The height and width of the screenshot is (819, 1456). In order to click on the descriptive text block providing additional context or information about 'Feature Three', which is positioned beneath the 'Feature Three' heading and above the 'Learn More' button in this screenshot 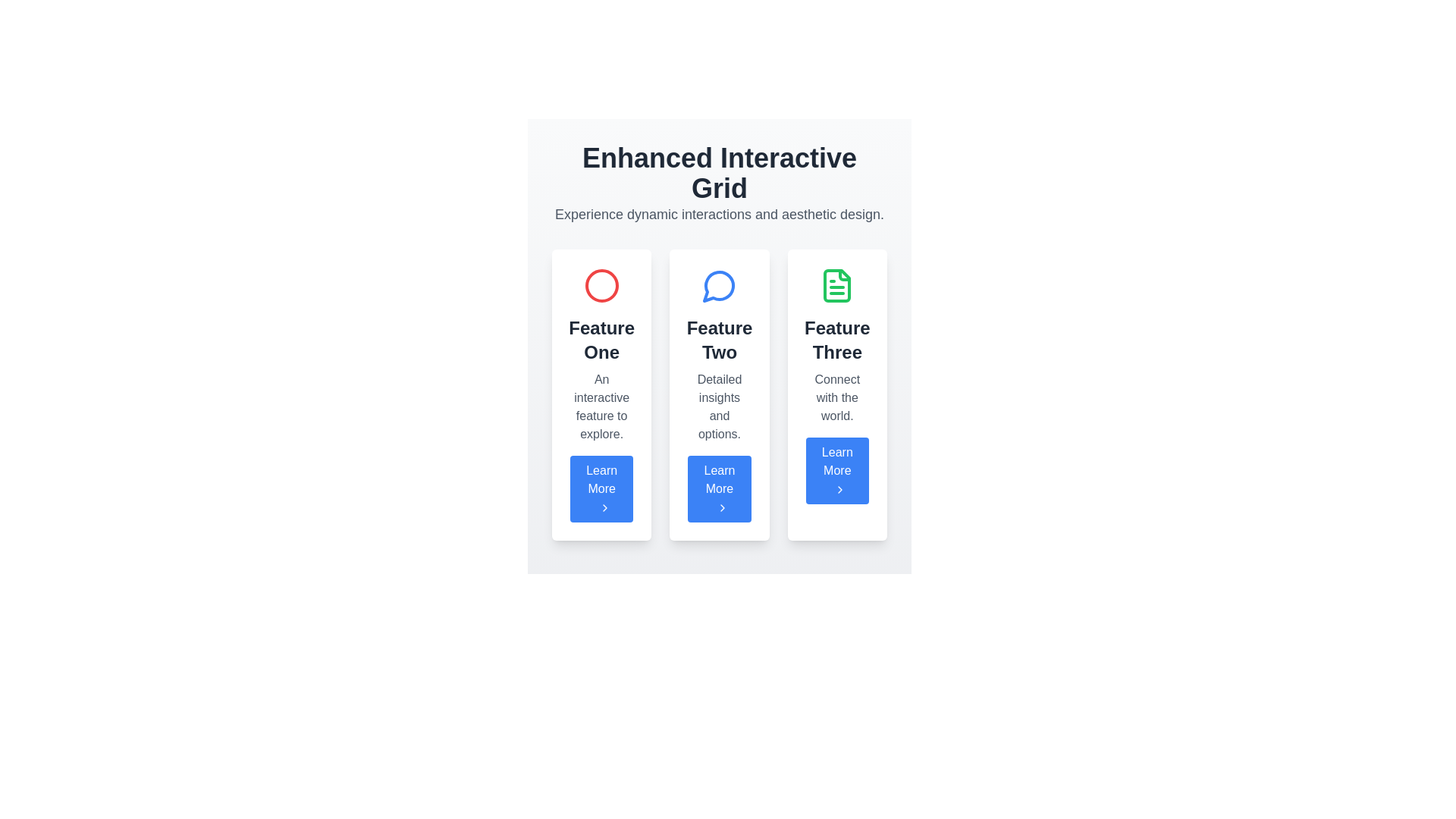, I will do `click(836, 397)`.